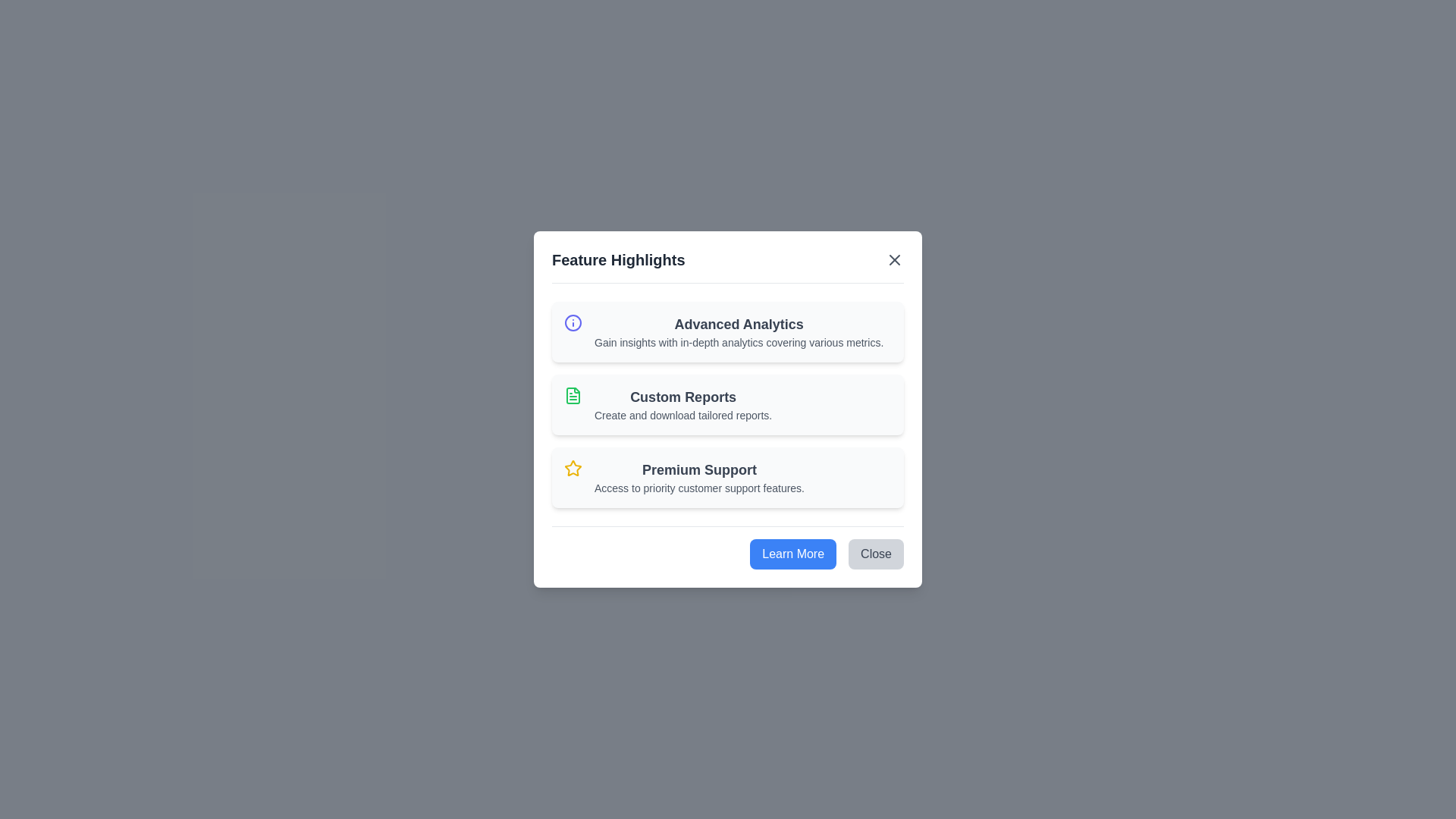 The image size is (1456, 819). Describe the element at coordinates (572, 467) in the screenshot. I see `the star icon that indicates 'Premium Support' in the dialog box, located at the far left of the 'Premium Support' section` at that location.